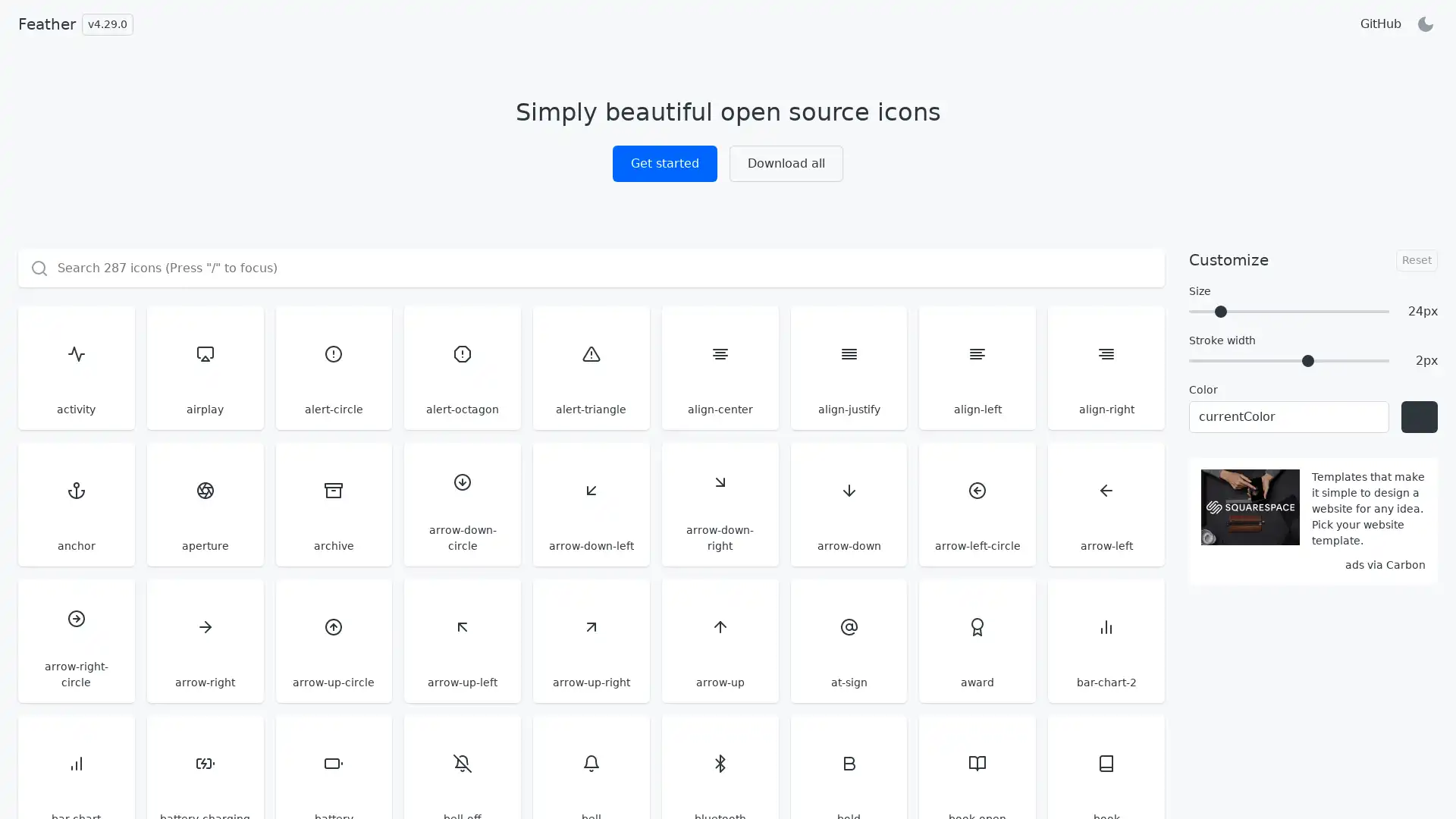 The width and height of the screenshot is (1456, 819). Describe the element at coordinates (1425, 24) in the screenshot. I see `Activate dark mode` at that location.